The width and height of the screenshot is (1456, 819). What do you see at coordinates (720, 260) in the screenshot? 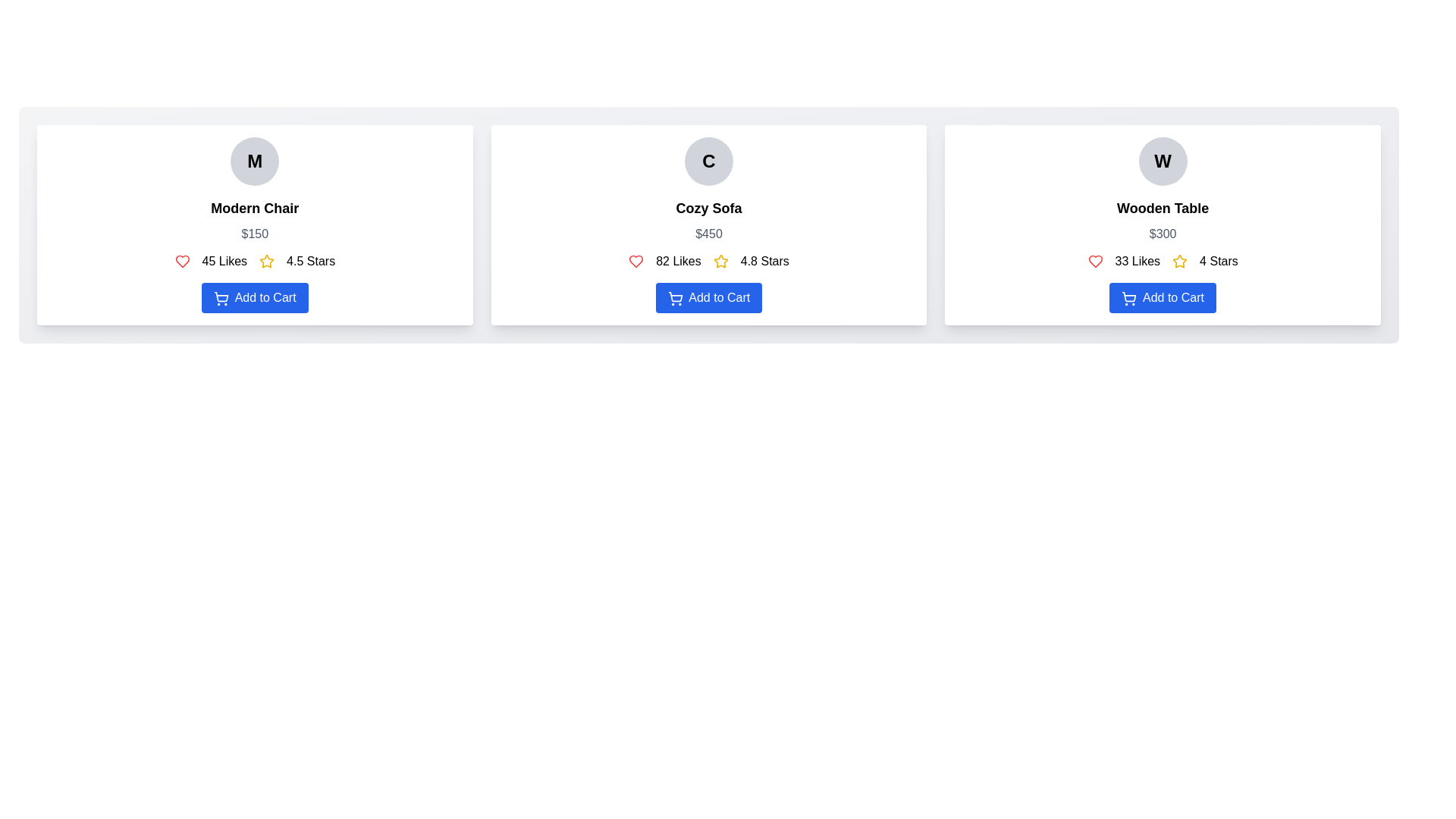
I see `the yellow star icon representing a rating feature located in the middle card beneath the title 'Cozy Sofa' and to the left of '4.8 Stars' to interact with it` at bounding box center [720, 260].